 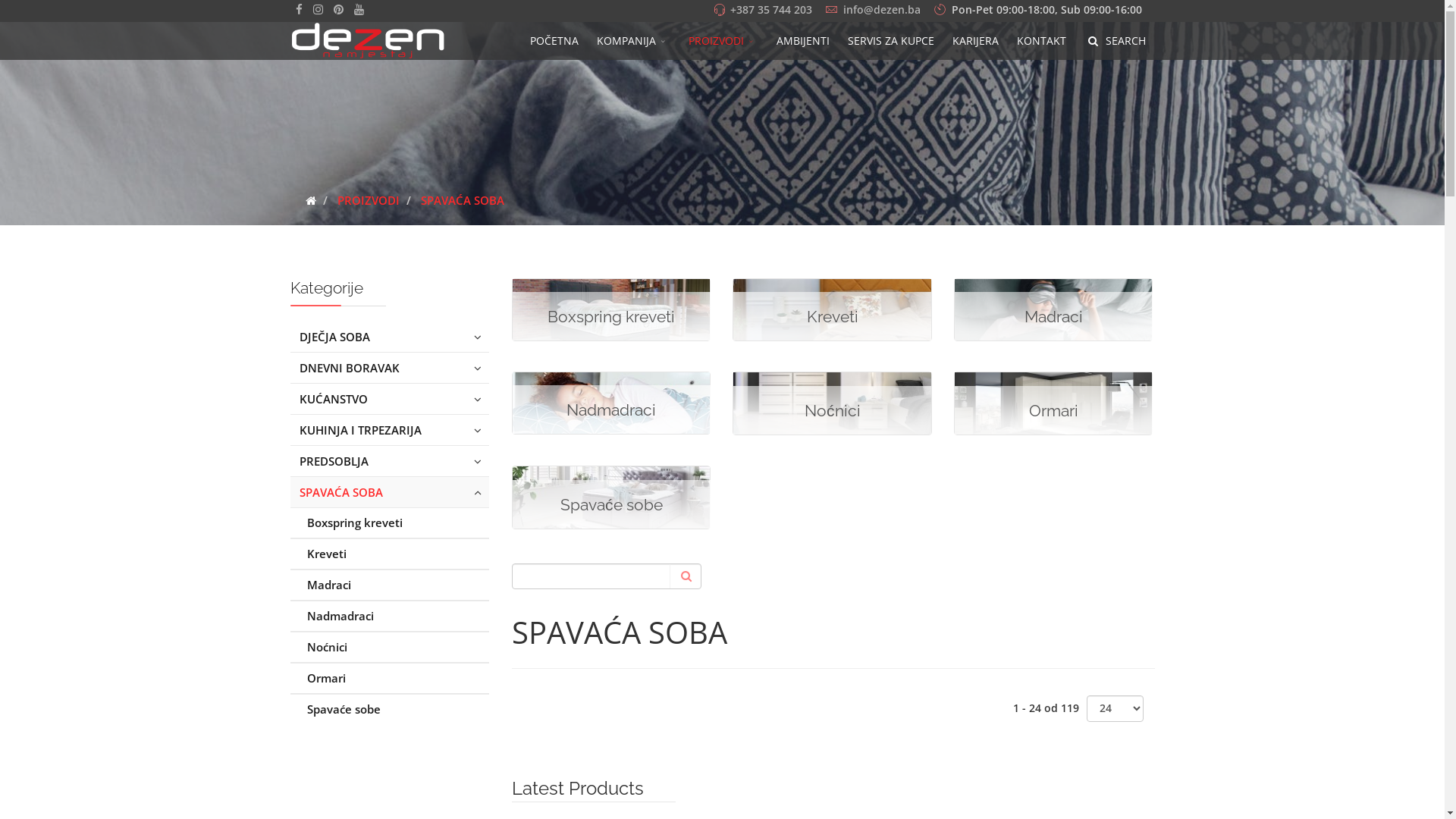 I want to click on 'DNEVNI BORAVAK', so click(x=290, y=368).